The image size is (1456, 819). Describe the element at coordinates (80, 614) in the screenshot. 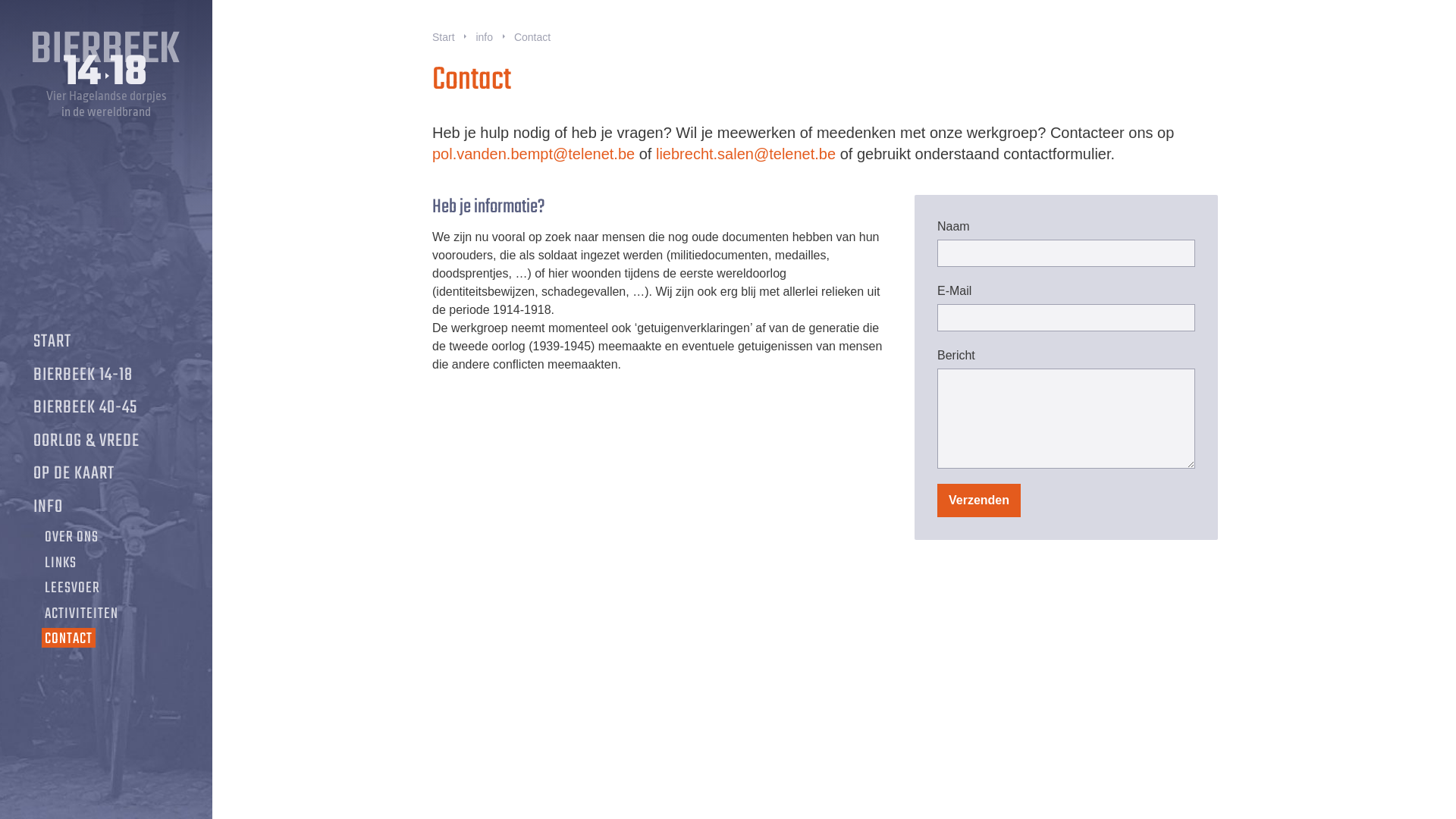

I see `'ACTIVITEITEN'` at that location.